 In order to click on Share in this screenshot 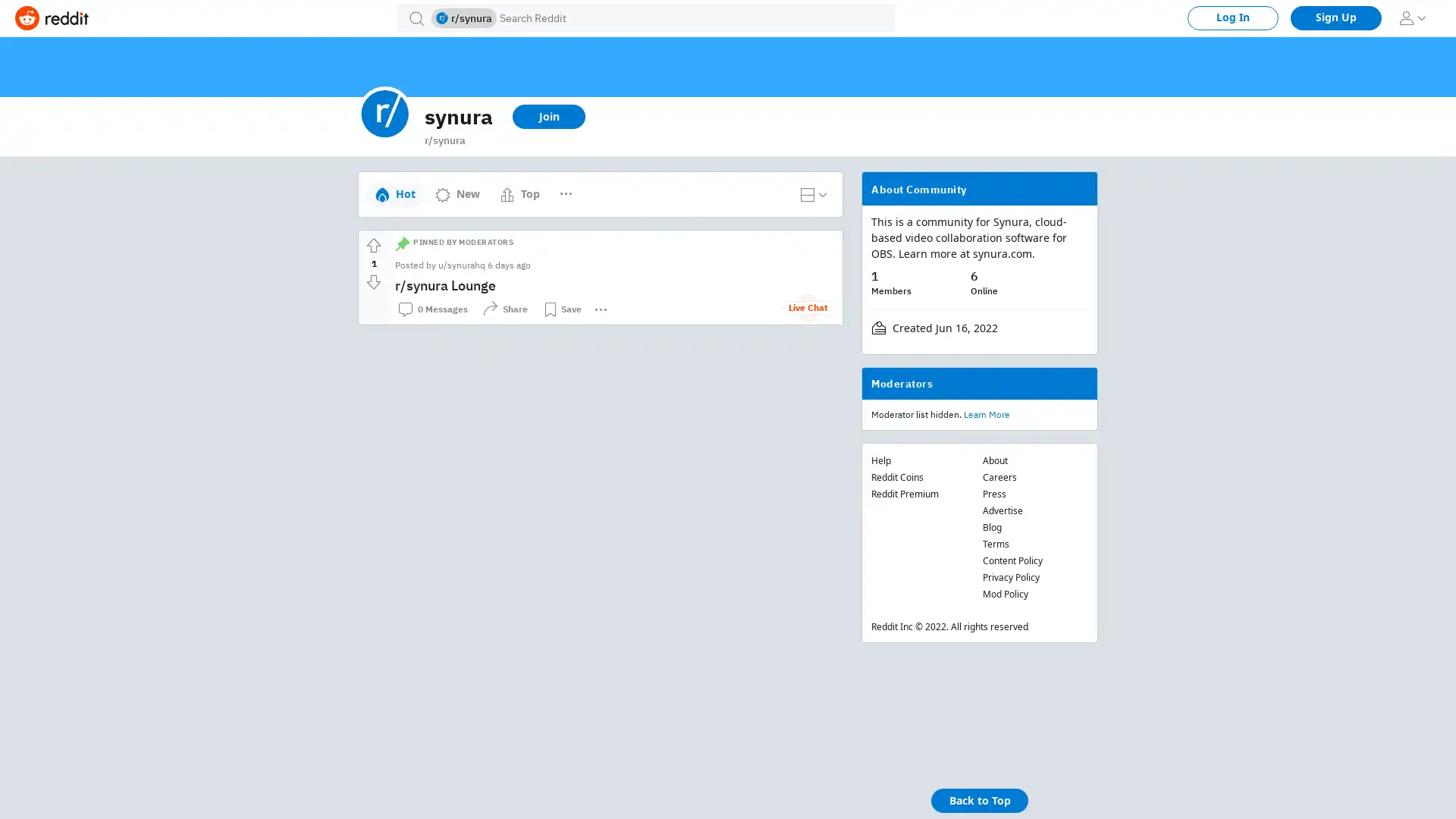, I will do `click(505, 309)`.